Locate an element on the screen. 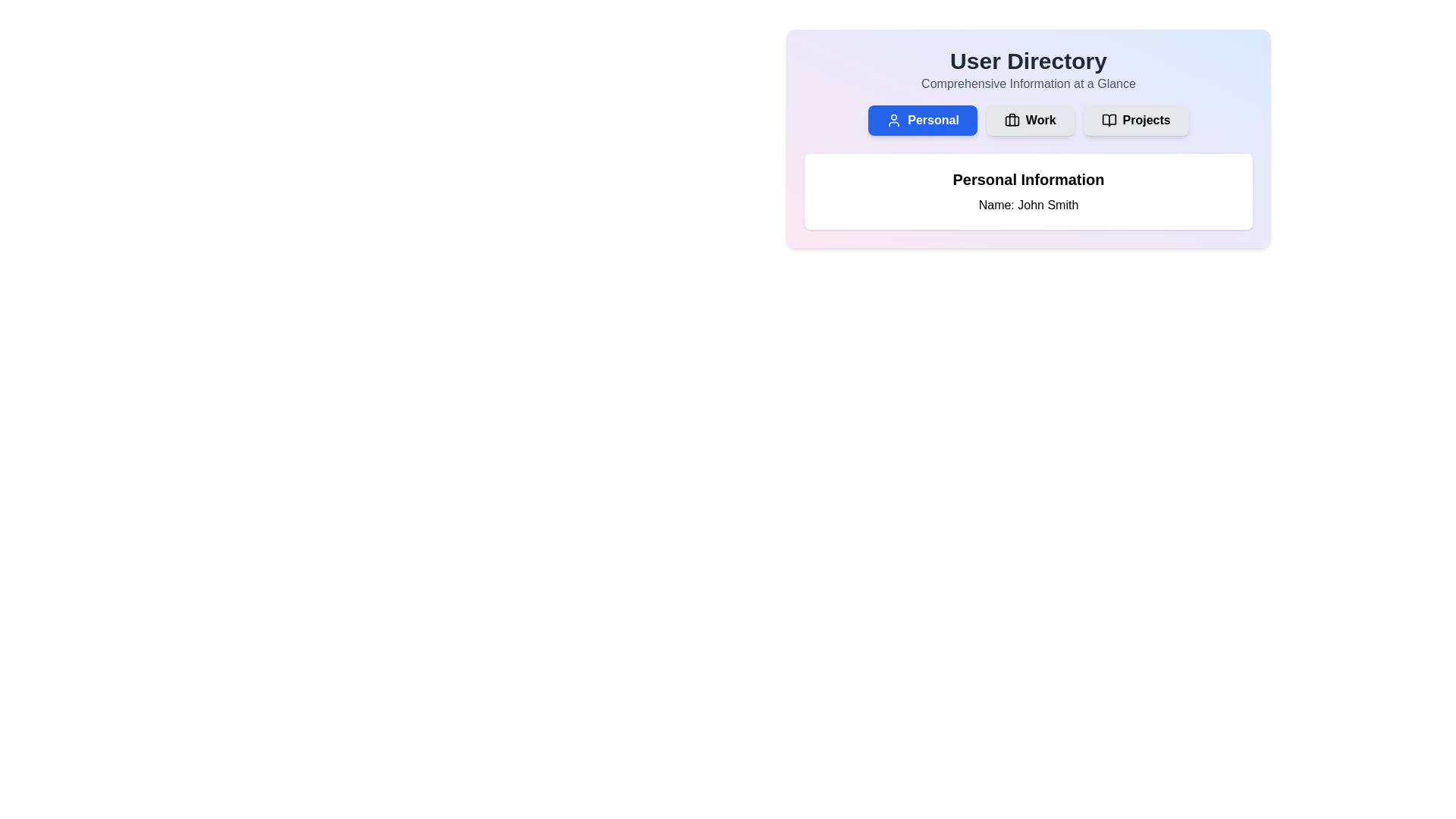  the text label displaying 'Name: John Smith' located under the 'Personal Information' header is located at coordinates (1028, 205).